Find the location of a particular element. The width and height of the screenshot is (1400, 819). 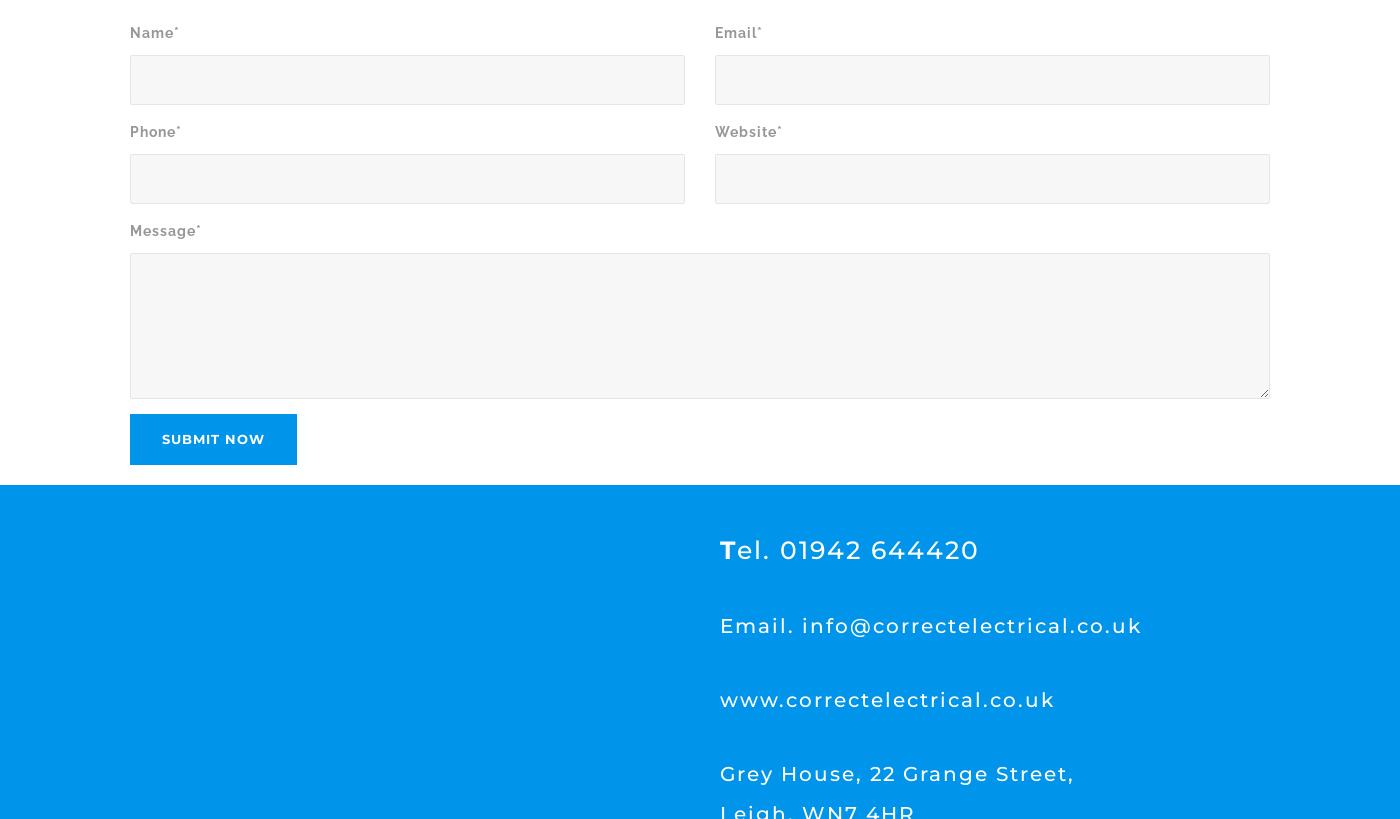

'Email*' is located at coordinates (738, 32).